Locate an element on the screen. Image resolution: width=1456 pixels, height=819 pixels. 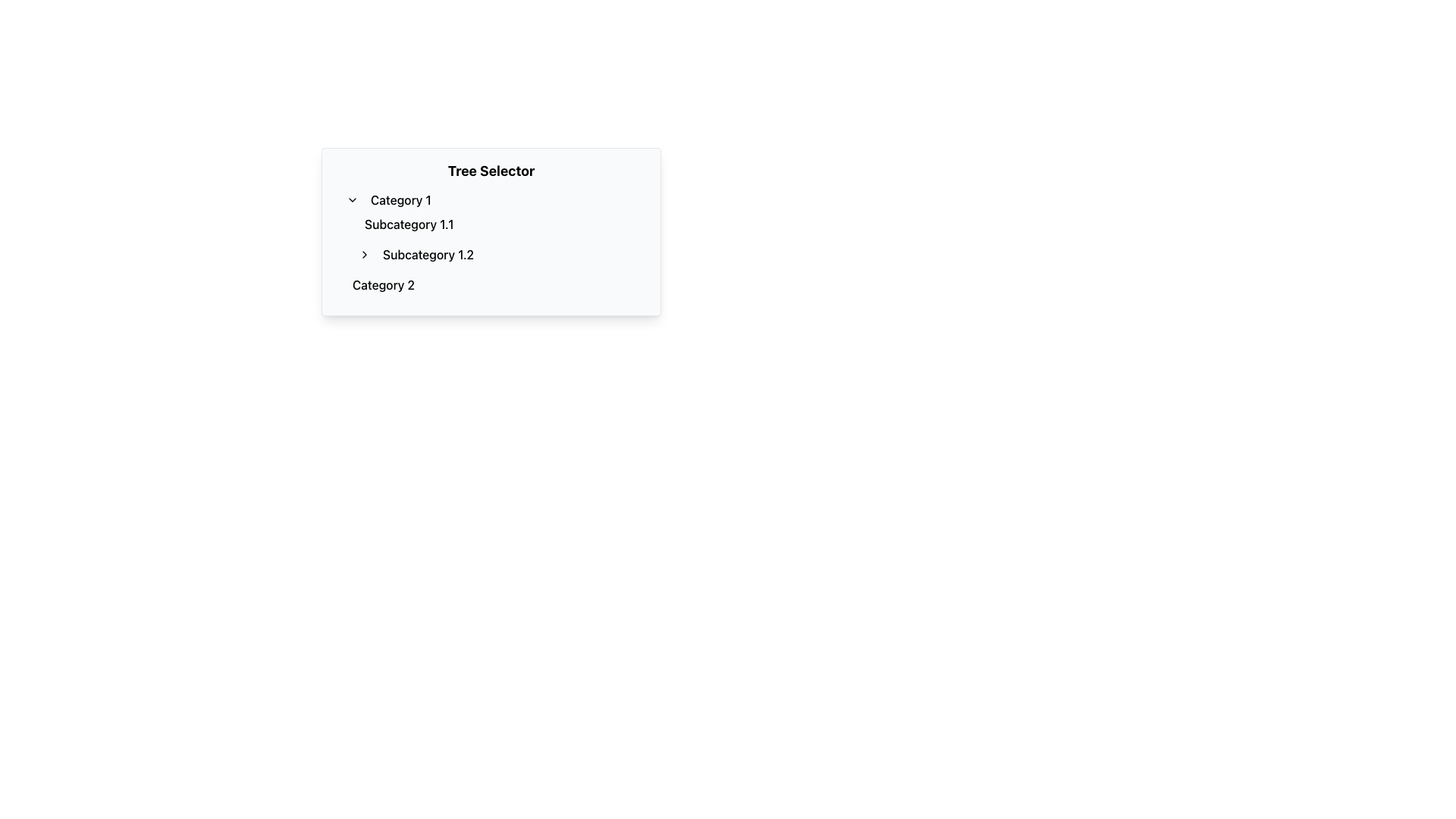
the 'Subcategory 1.1' label is located at coordinates (409, 224).